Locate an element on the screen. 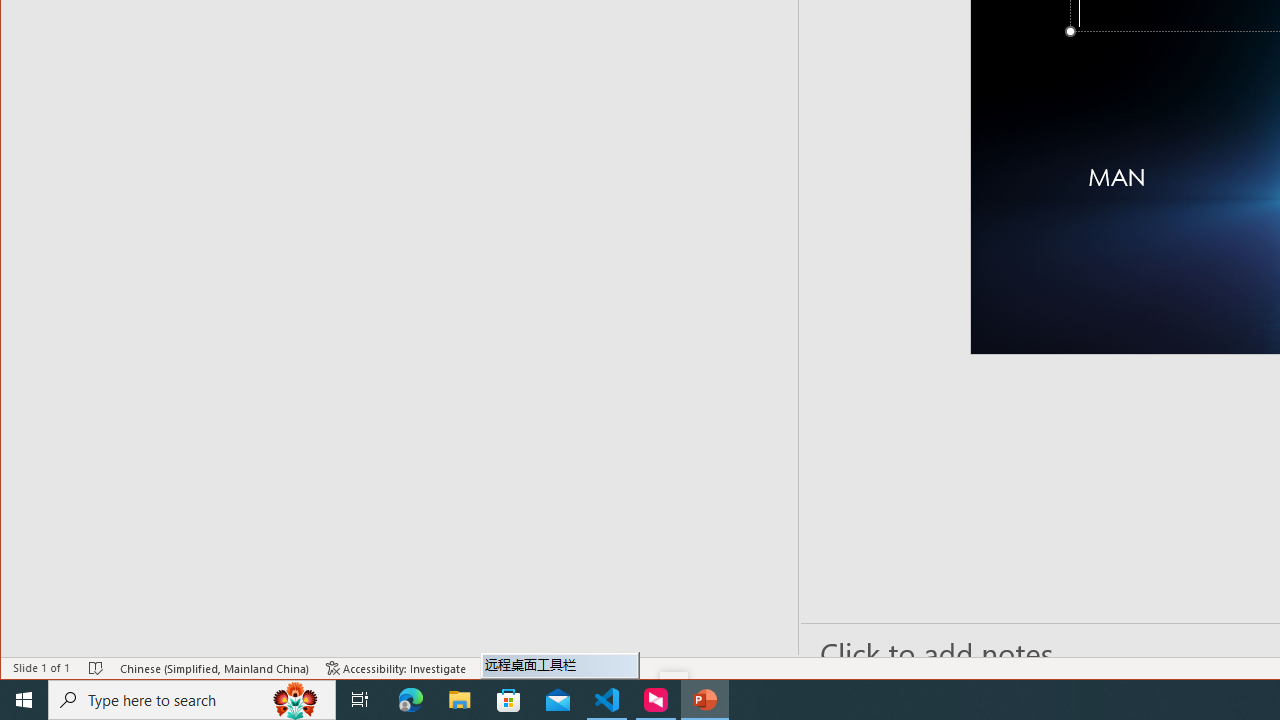 The image size is (1280, 720). 'Accessibility Checker Accessibility: Investigate' is located at coordinates (396, 668).